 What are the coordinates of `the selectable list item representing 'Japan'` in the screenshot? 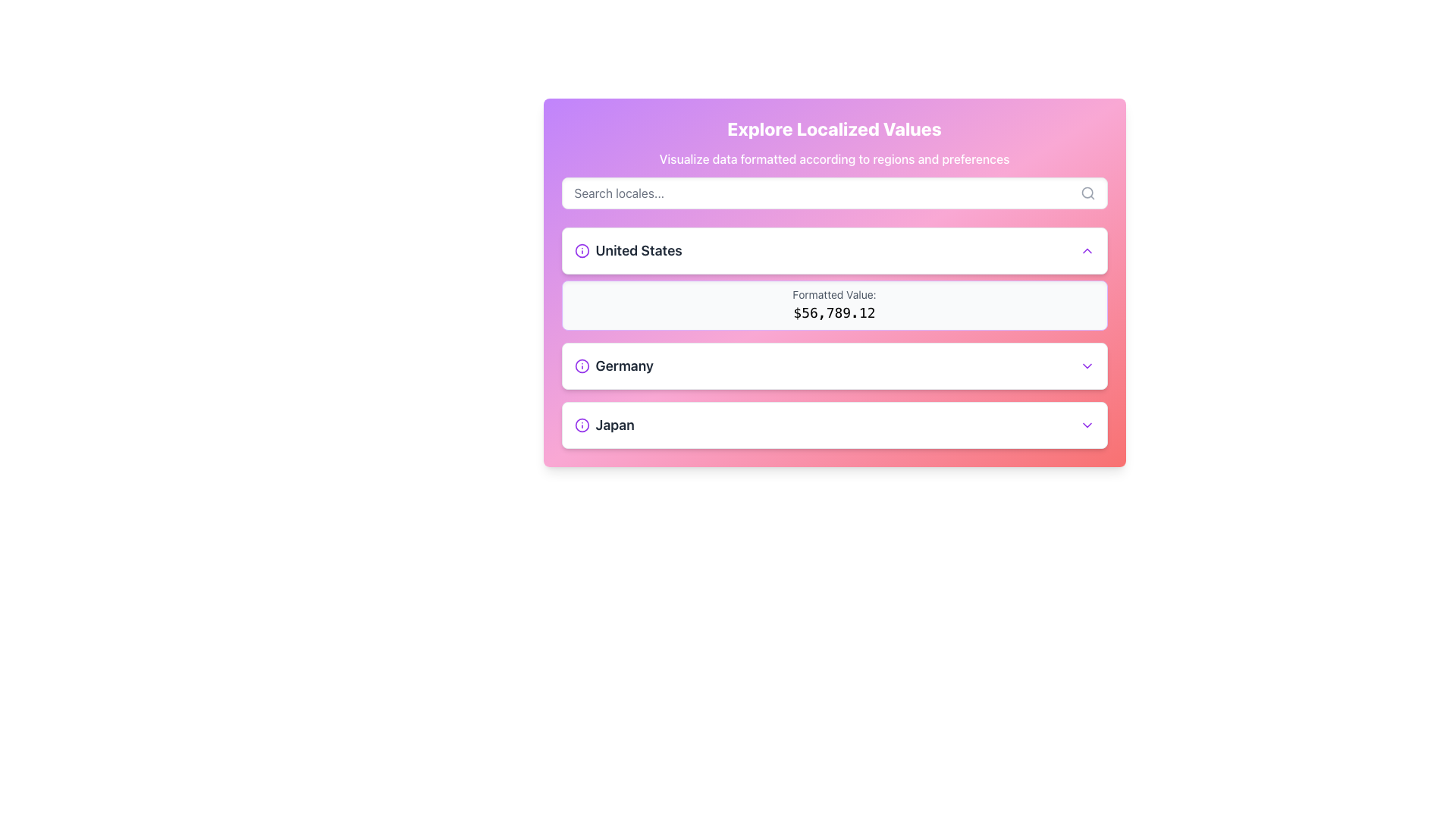 It's located at (833, 425).